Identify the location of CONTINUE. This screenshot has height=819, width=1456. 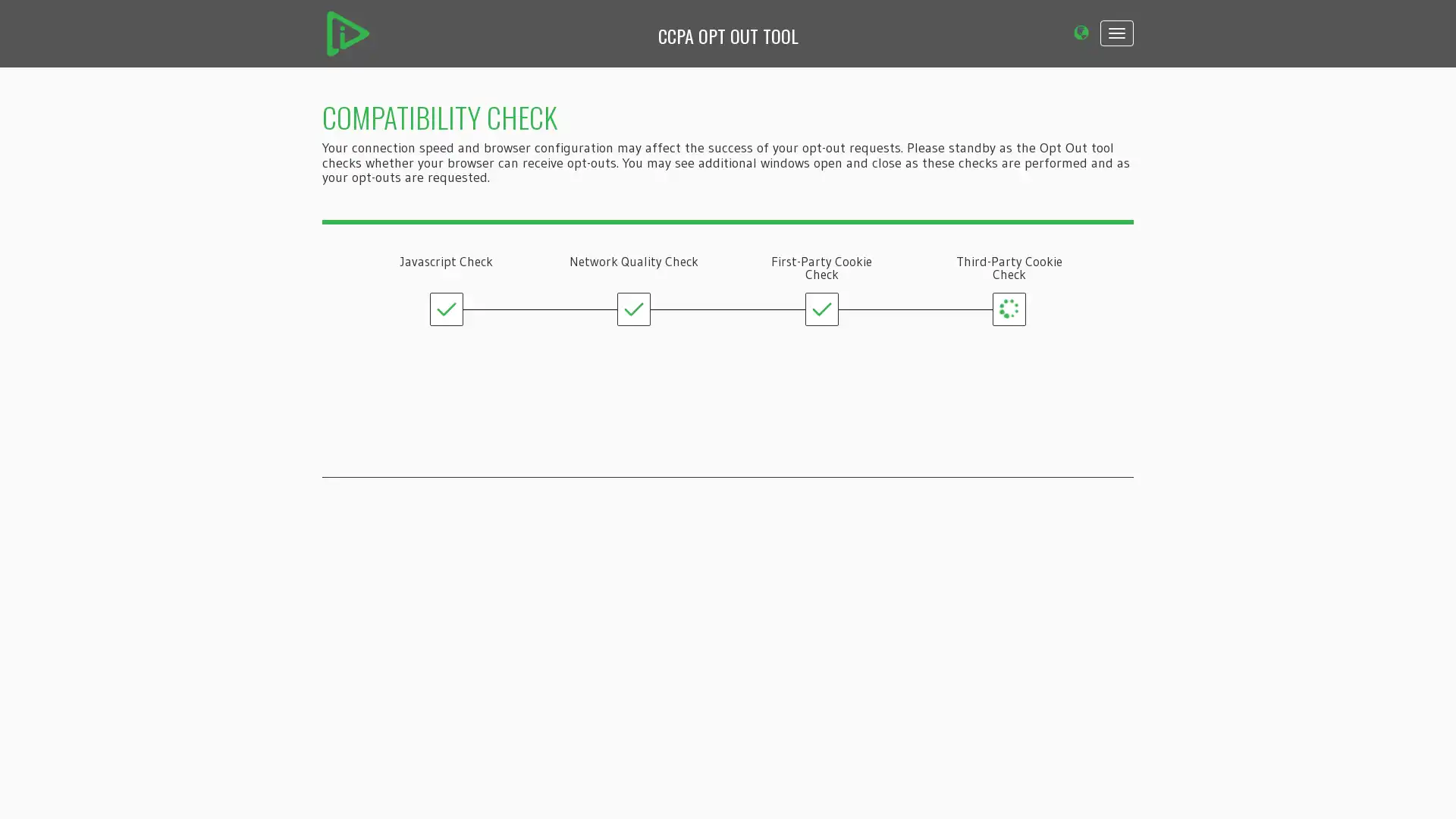
(570, 463).